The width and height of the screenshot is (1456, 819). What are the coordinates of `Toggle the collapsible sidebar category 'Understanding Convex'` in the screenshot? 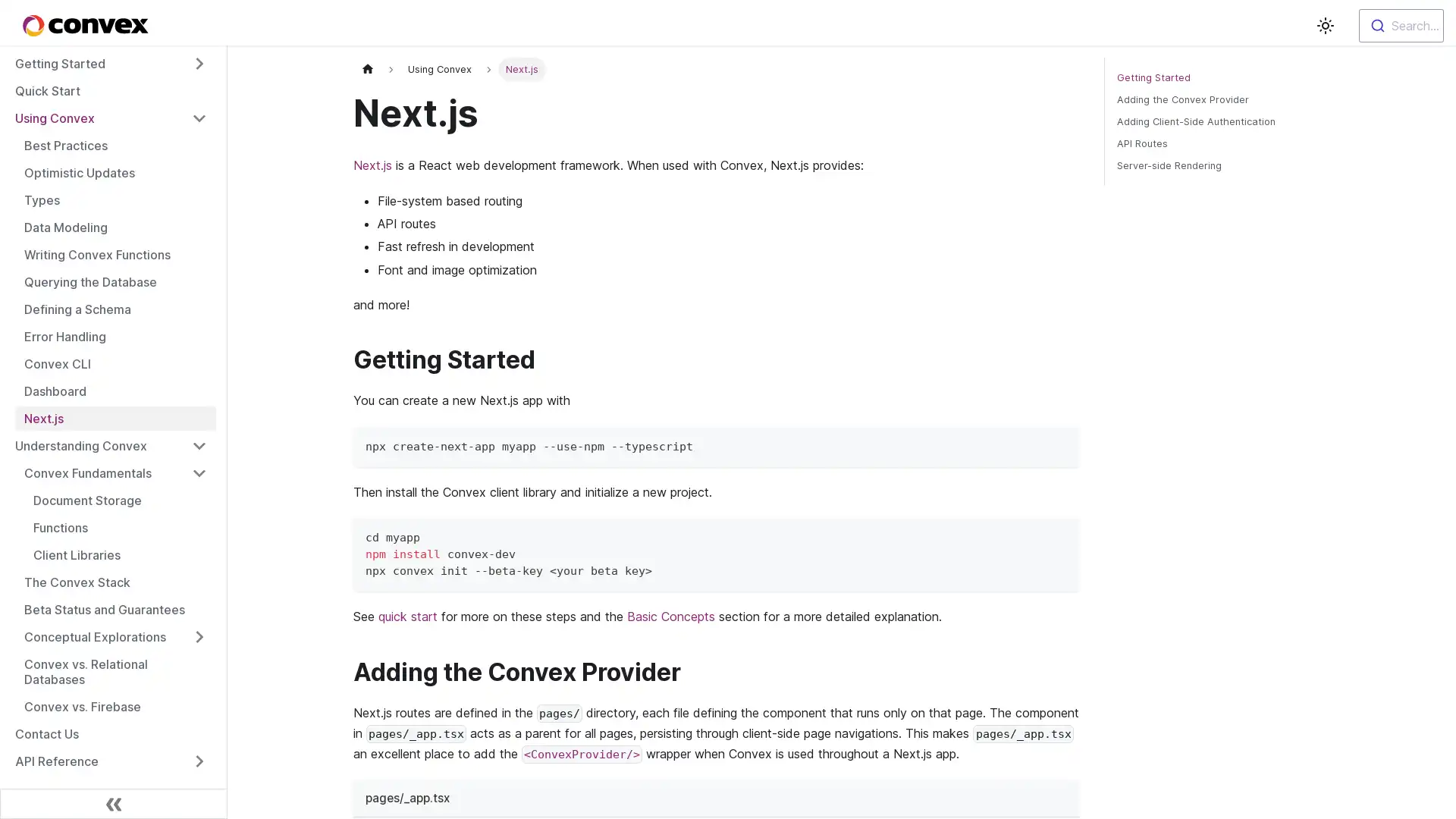 It's located at (199, 444).